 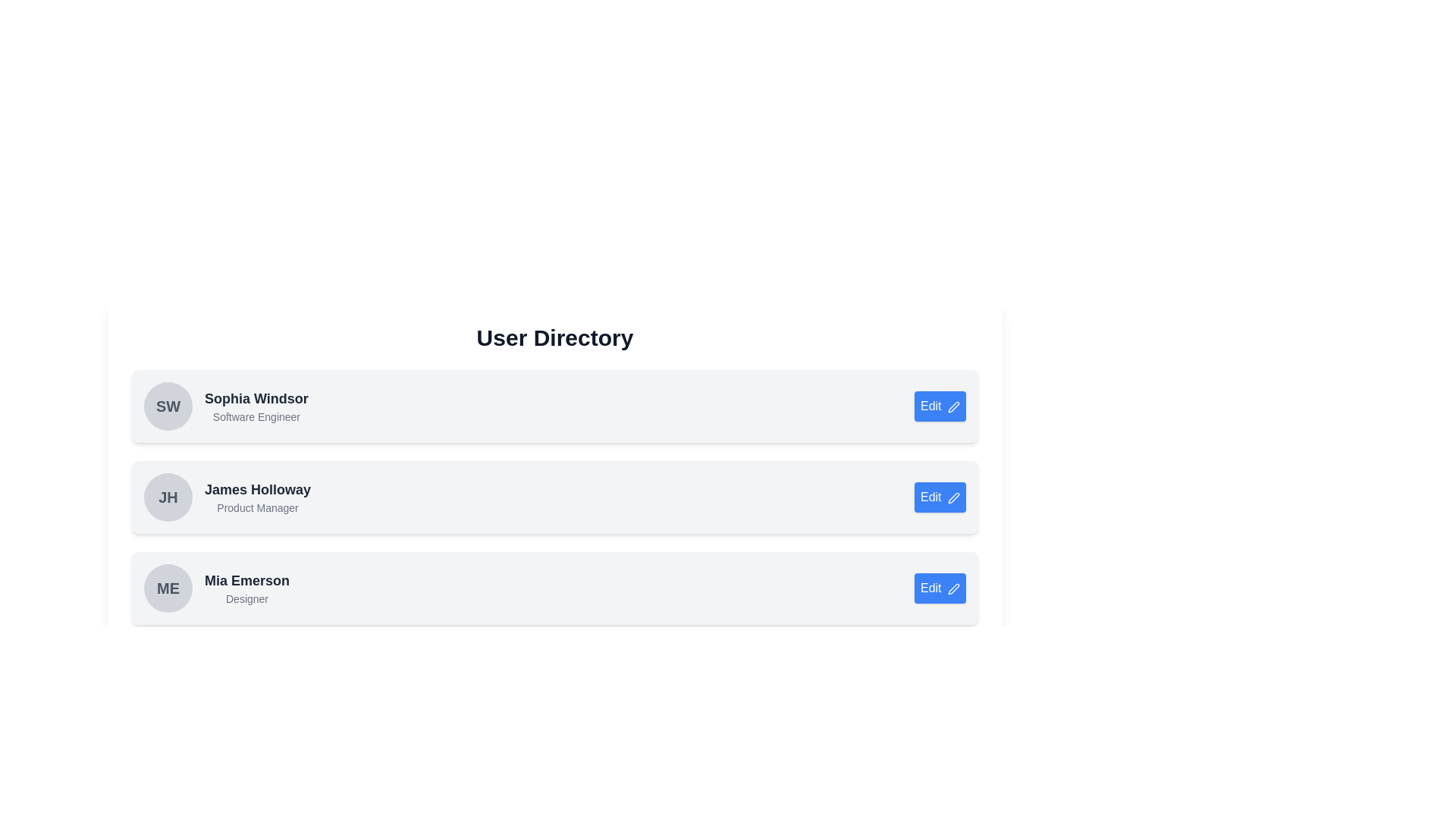 What do you see at coordinates (258, 497) in the screenshot?
I see `the text display element showing the user's full name and job title, located in the second user card, positioned to the center-right of the circular avatar labeled 'JH'` at bounding box center [258, 497].